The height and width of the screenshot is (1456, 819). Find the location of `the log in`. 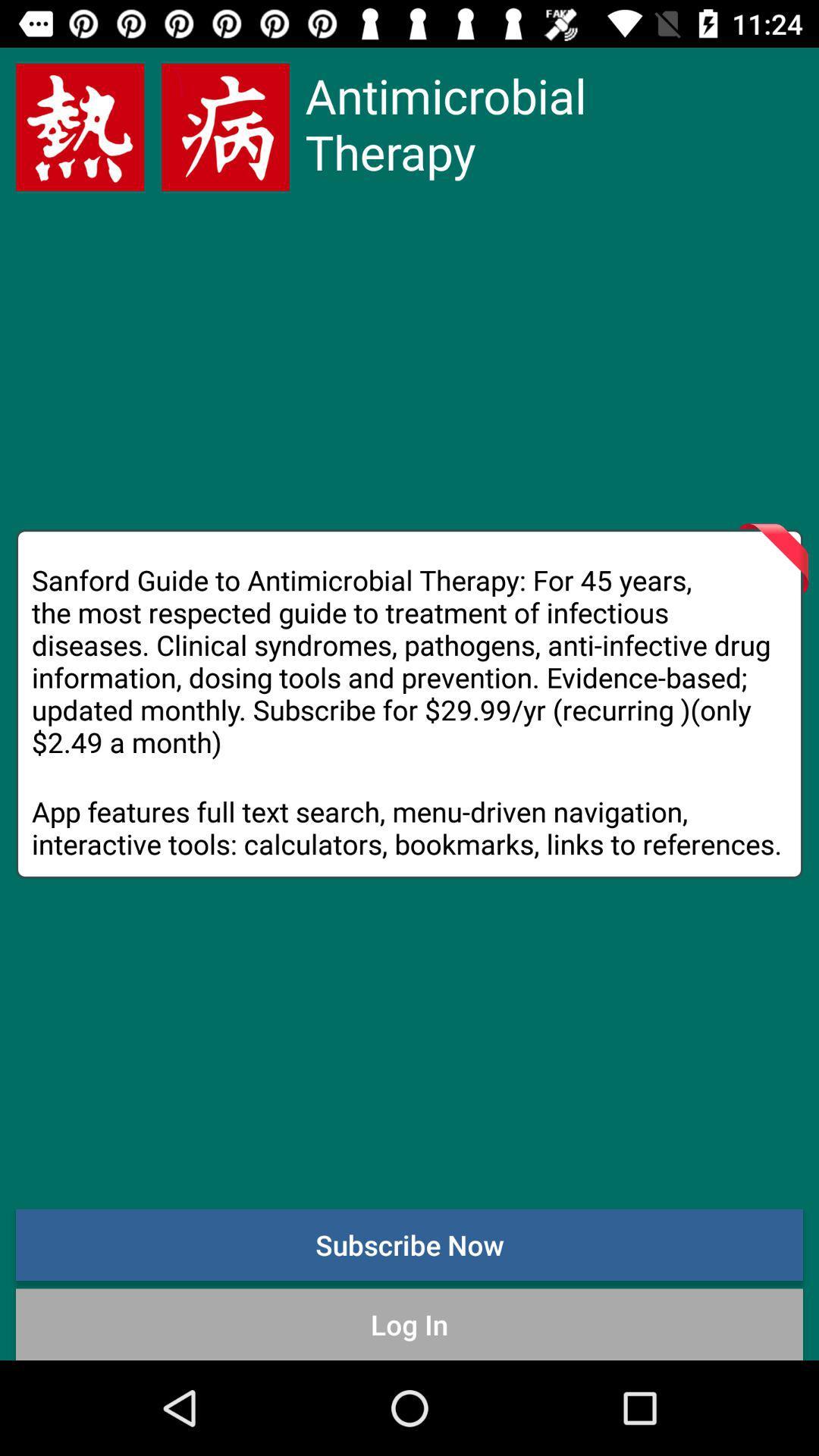

the log in is located at coordinates (409, 1323).